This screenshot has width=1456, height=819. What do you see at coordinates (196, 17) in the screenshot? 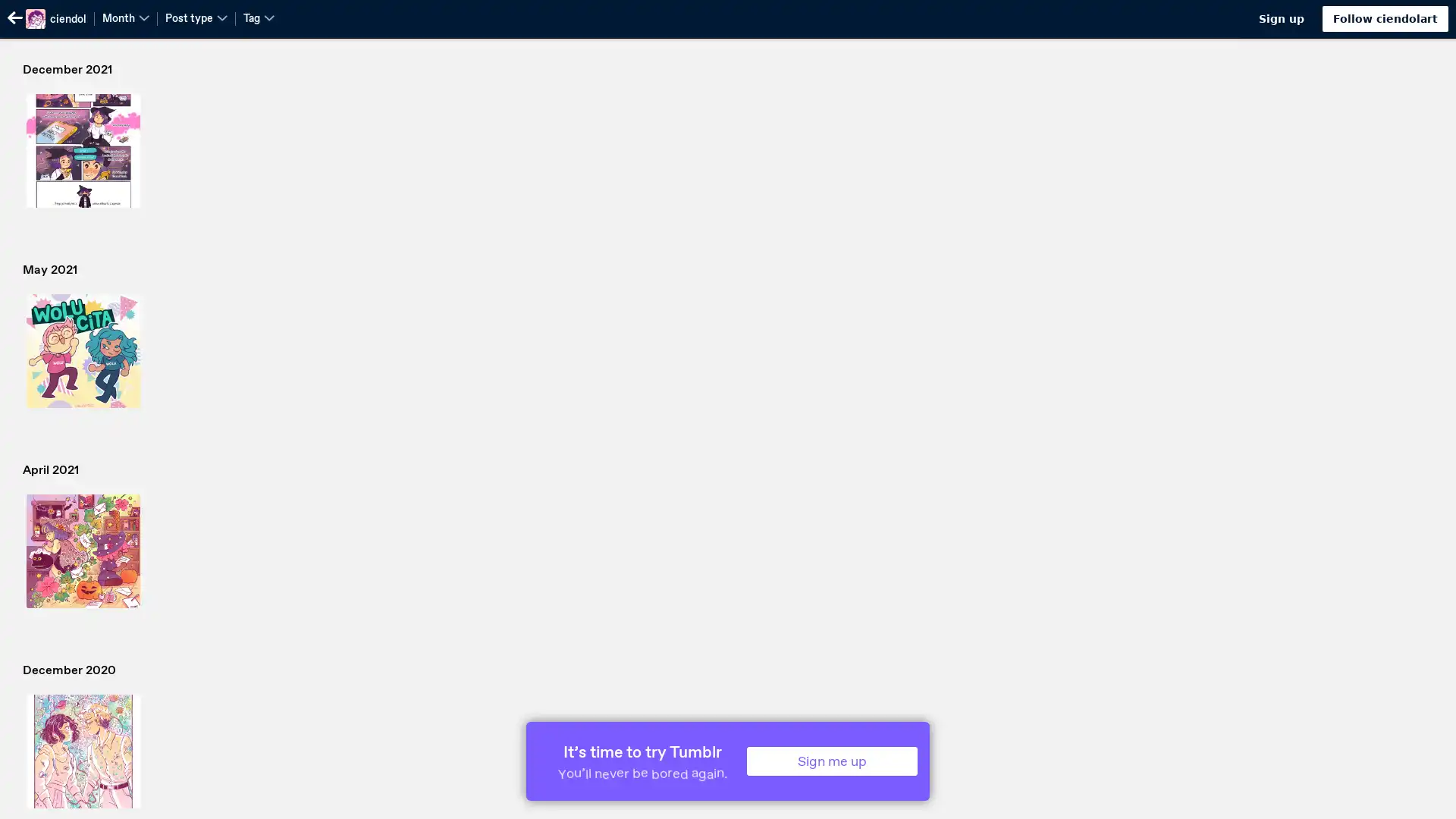
I see `Post type` at bounding box center [196, 17].